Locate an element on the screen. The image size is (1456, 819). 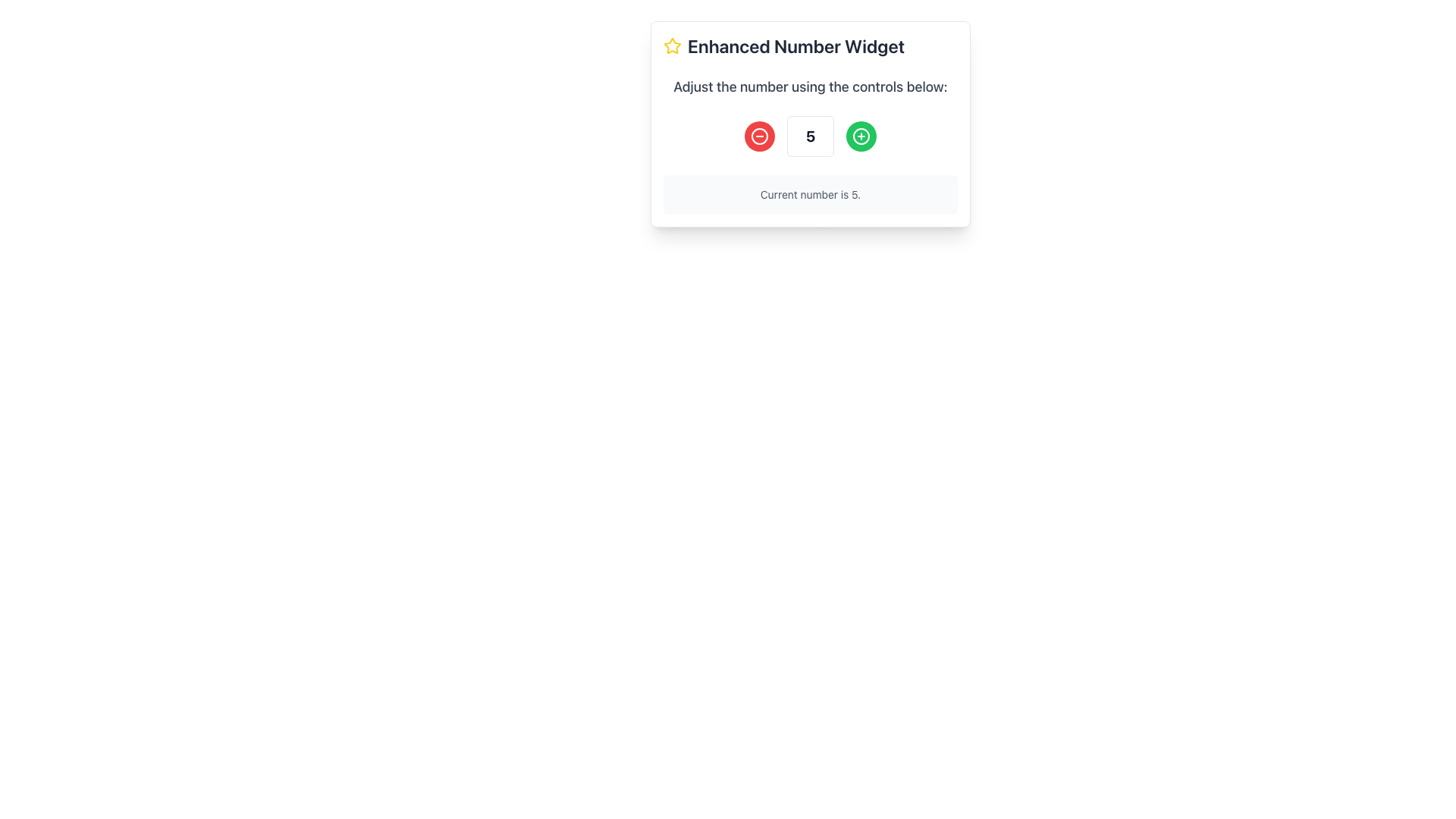
the innermost SVG Circle element located on the right side of the control panel of the widget is located at coordinates (861, 136).